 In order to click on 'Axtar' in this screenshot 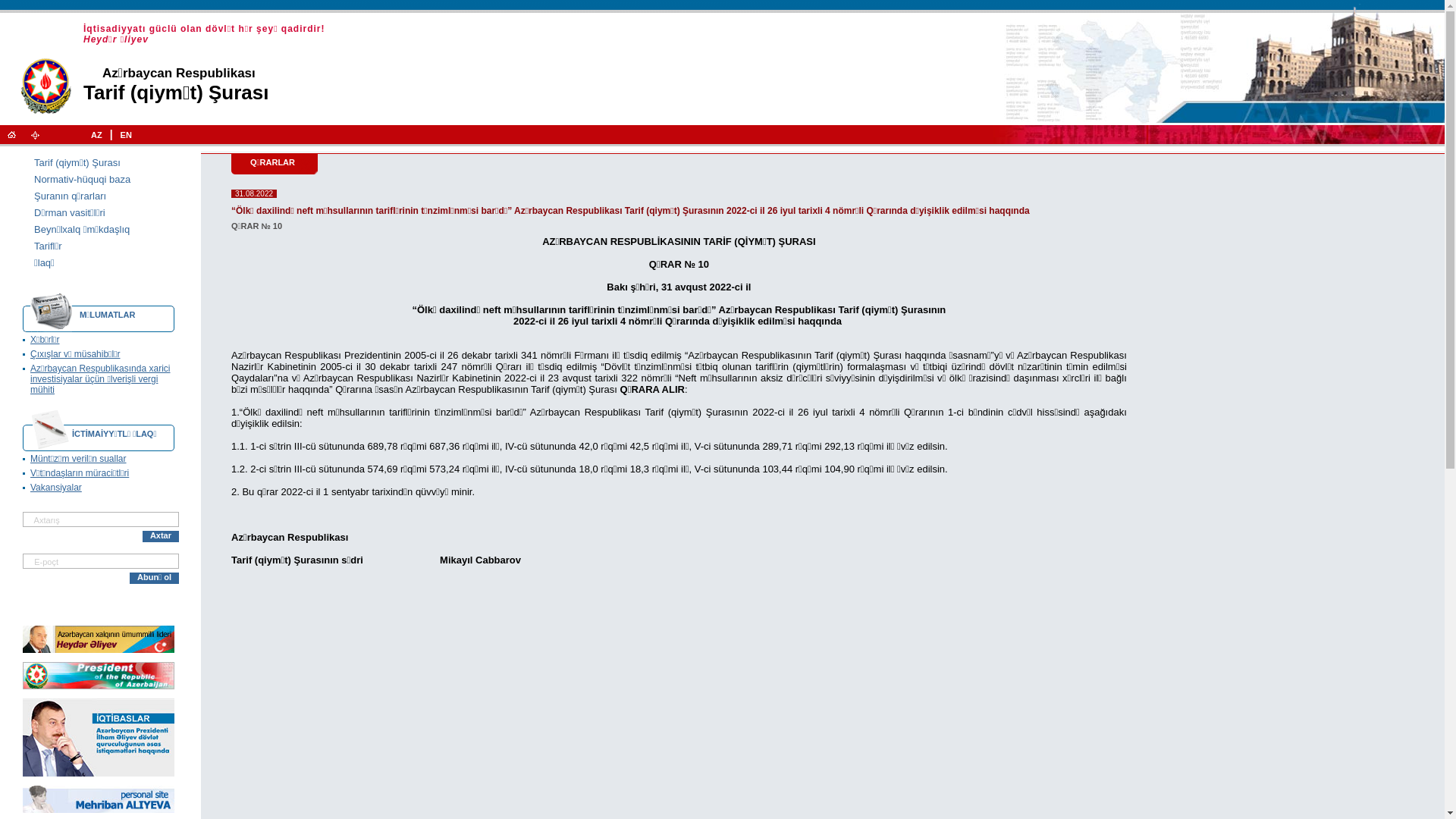, I will do `click(160, 535)`.